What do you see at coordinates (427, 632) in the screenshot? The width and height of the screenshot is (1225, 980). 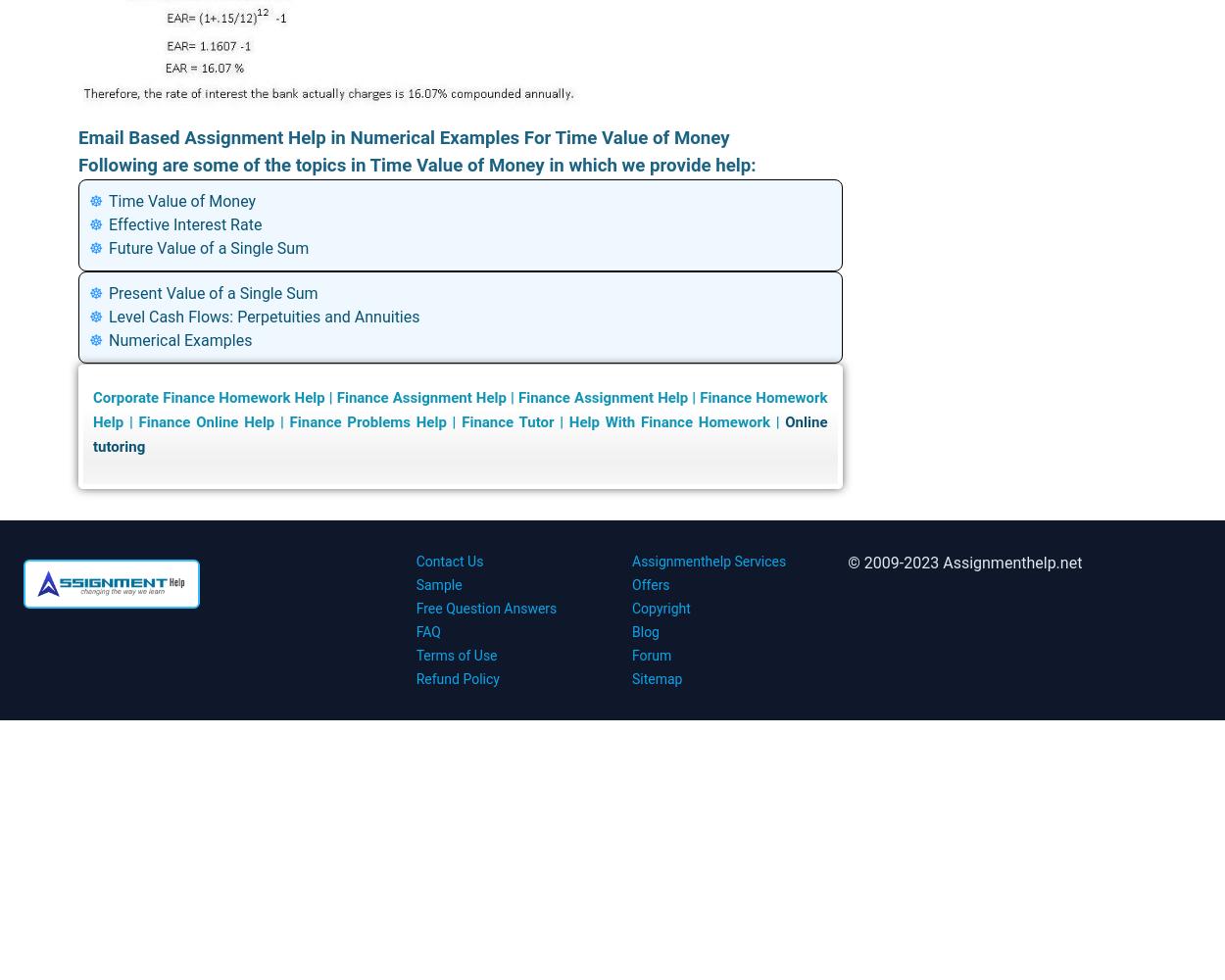 I see `'FAQ'` at bounding box center [427, 632].